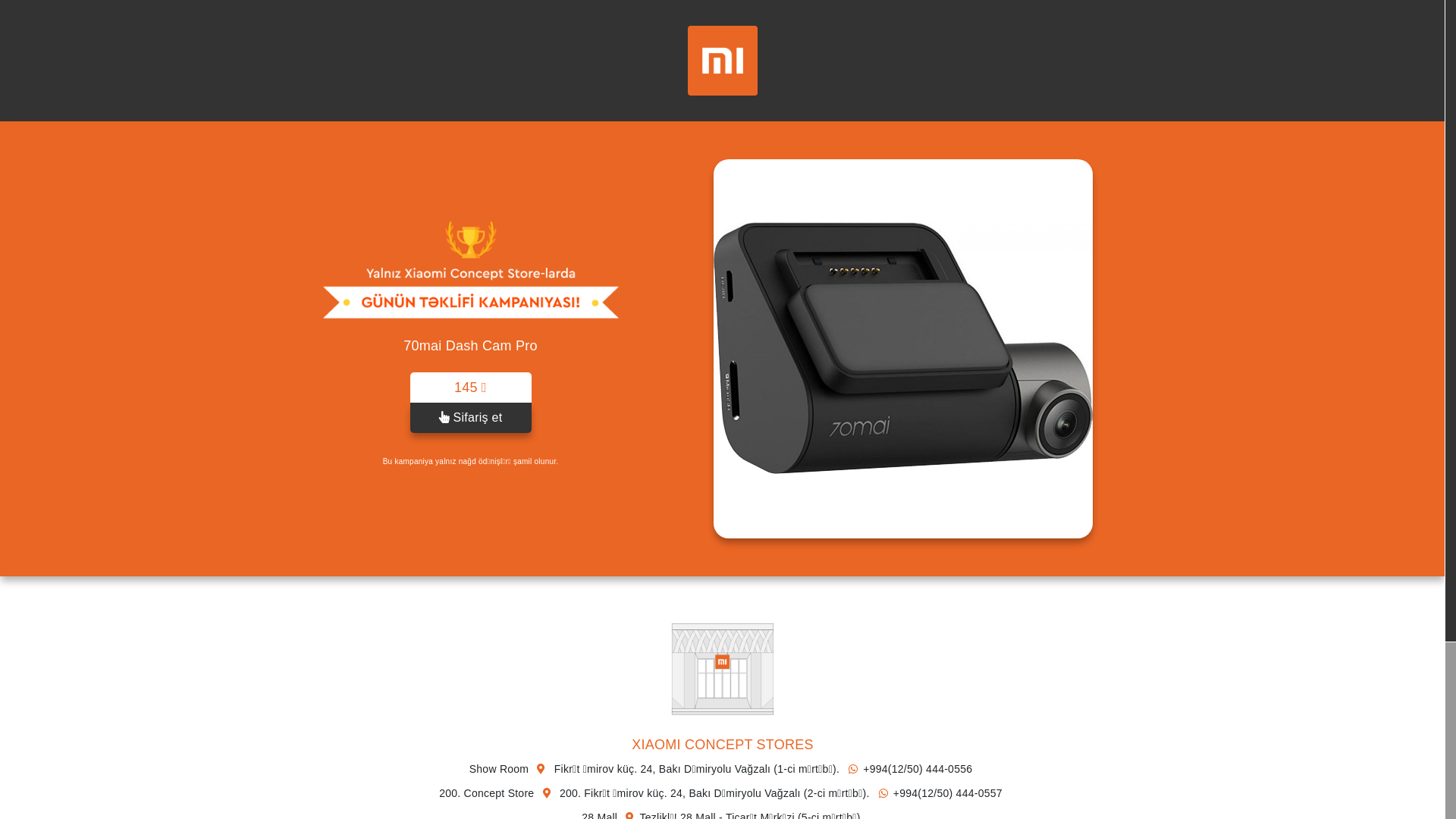  I want to click on '+994(12/50) 444-0556', so click(907, 769).